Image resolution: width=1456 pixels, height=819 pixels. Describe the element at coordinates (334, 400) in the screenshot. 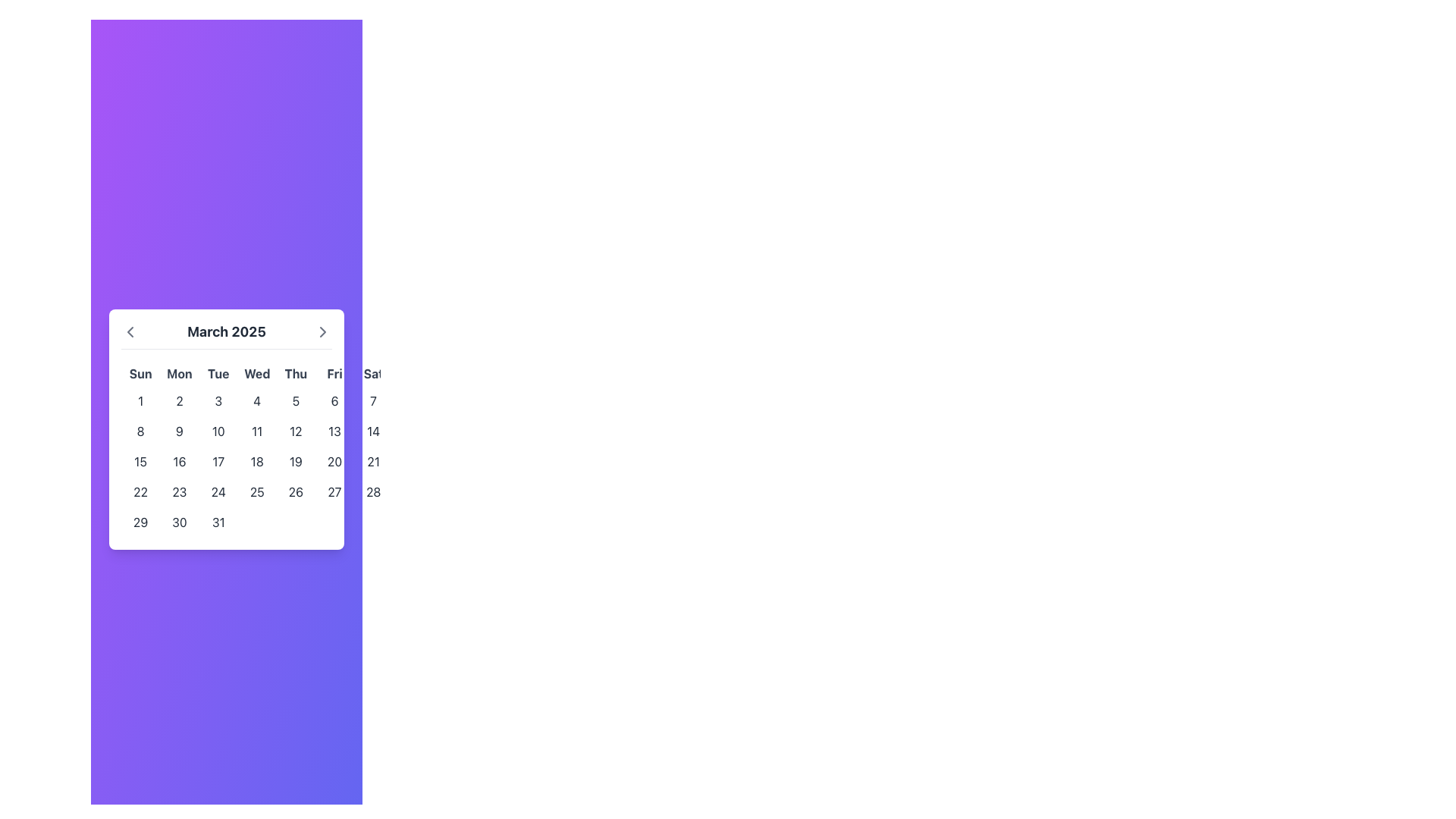

I see `the date button for '6th of March 2025' in the calendar view` at that location.